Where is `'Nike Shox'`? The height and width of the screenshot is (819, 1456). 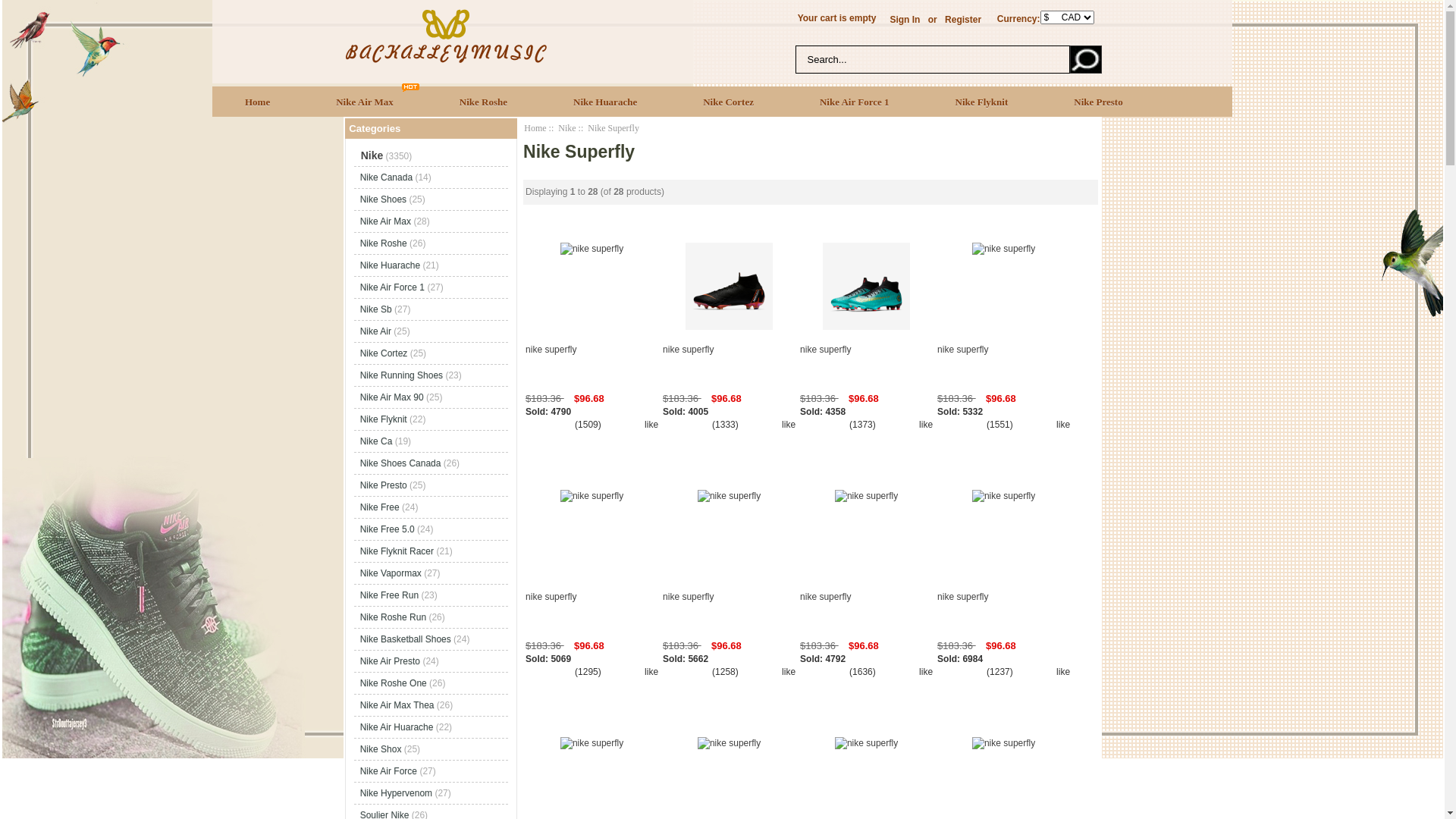 'Nike Shox' is located at coordinates (381, 748).